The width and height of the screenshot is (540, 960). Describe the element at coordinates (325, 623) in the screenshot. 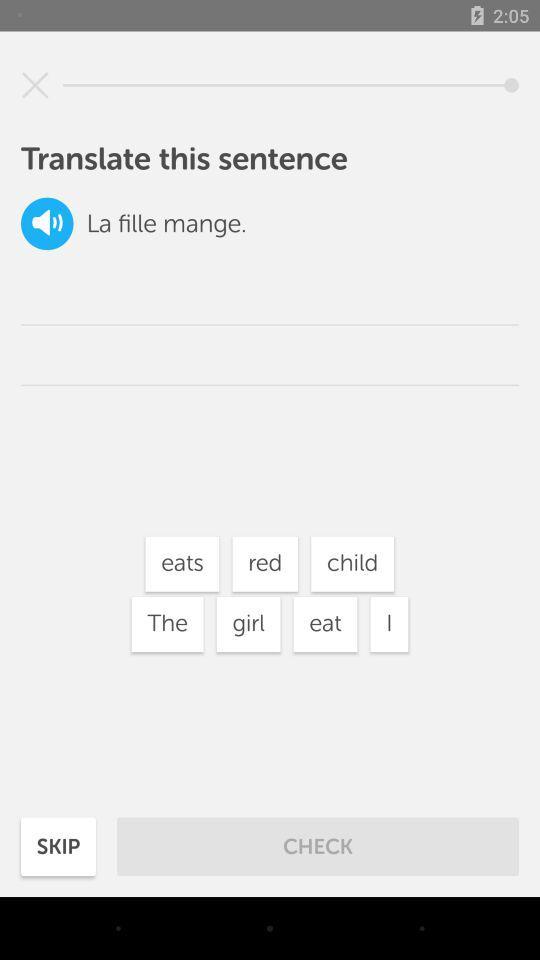

I see `the item next to i item` at that location.